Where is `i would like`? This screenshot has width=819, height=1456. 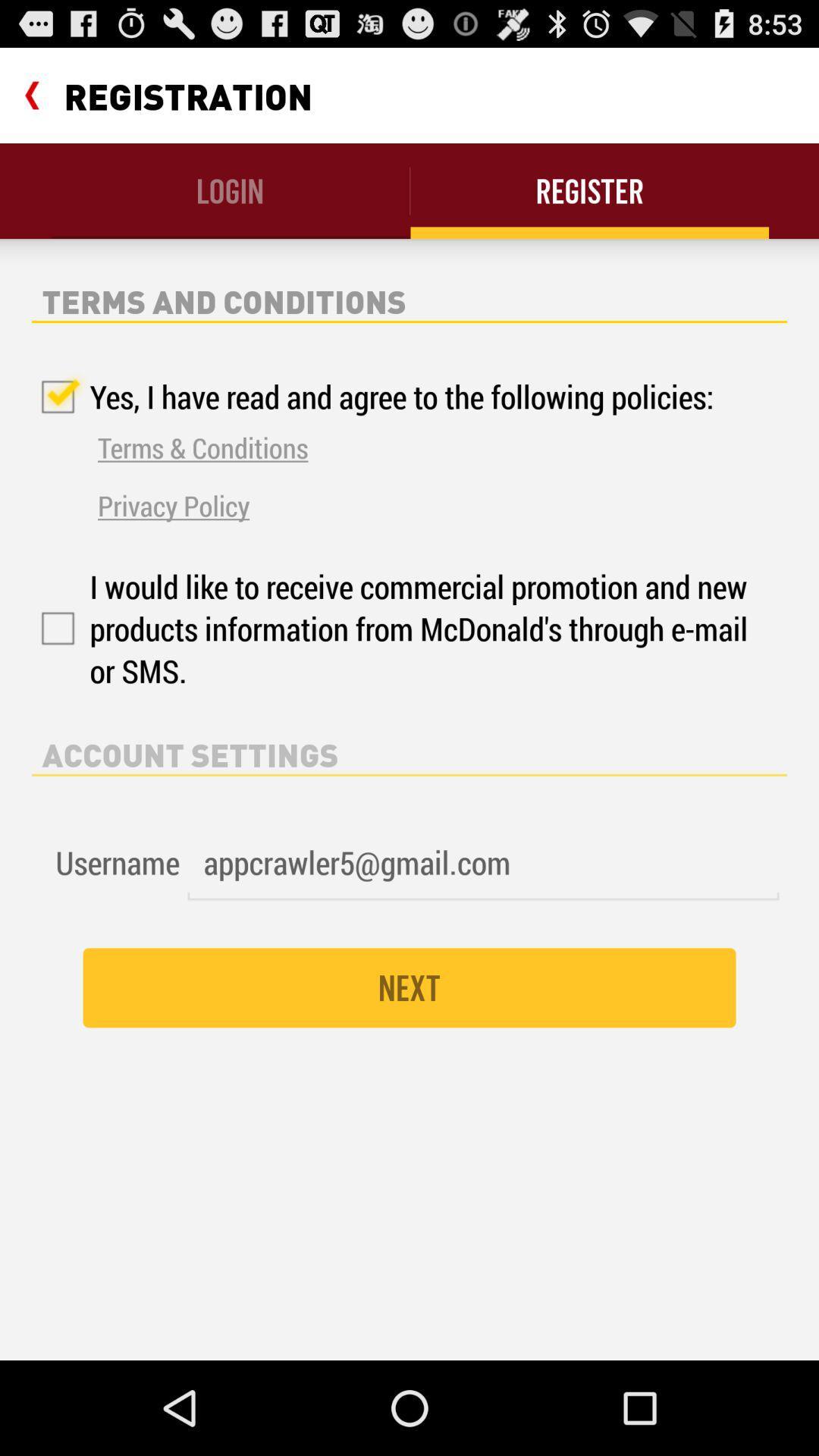
i would like is located at coordinates (393, 629).